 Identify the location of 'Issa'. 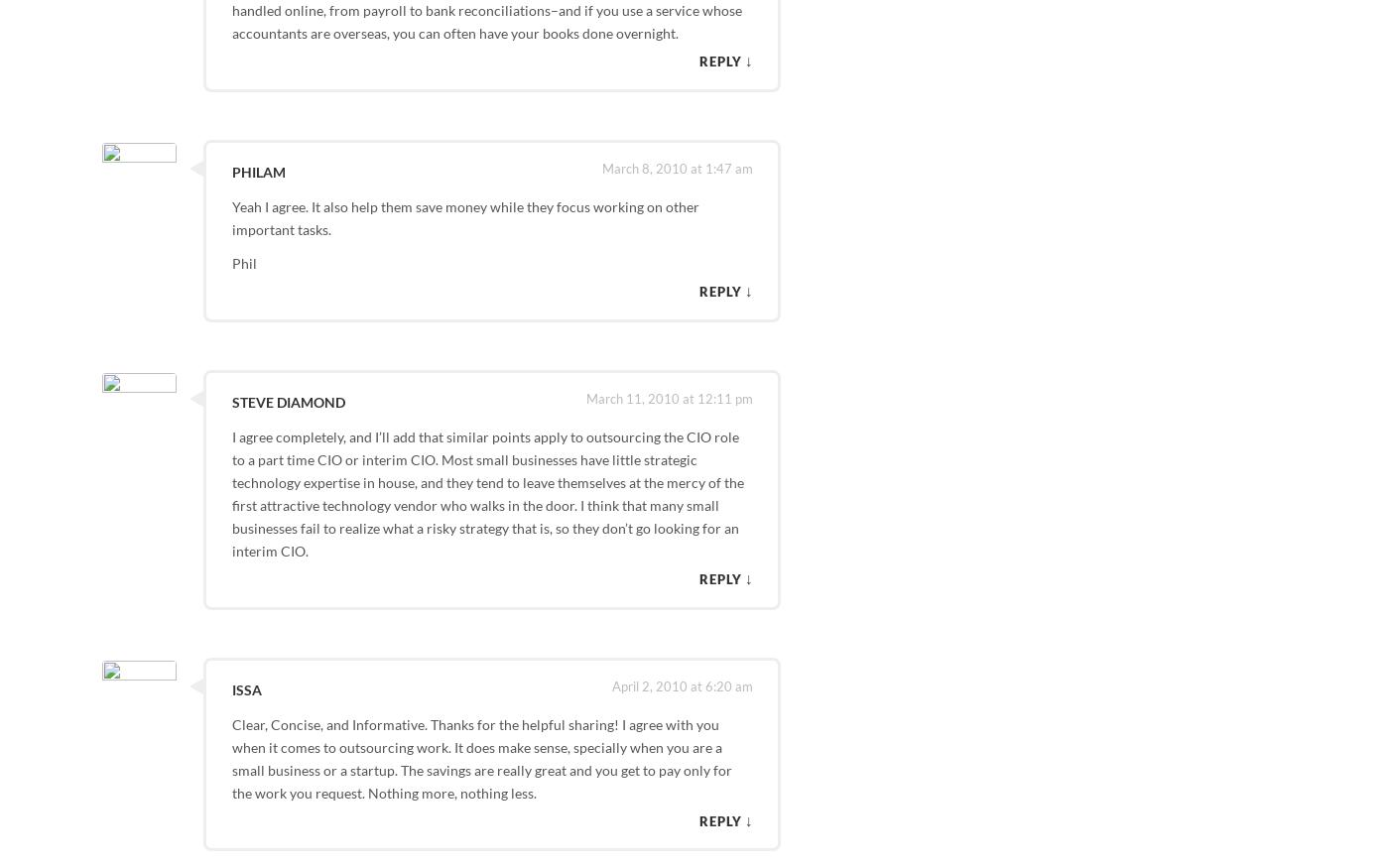
(245, 688).